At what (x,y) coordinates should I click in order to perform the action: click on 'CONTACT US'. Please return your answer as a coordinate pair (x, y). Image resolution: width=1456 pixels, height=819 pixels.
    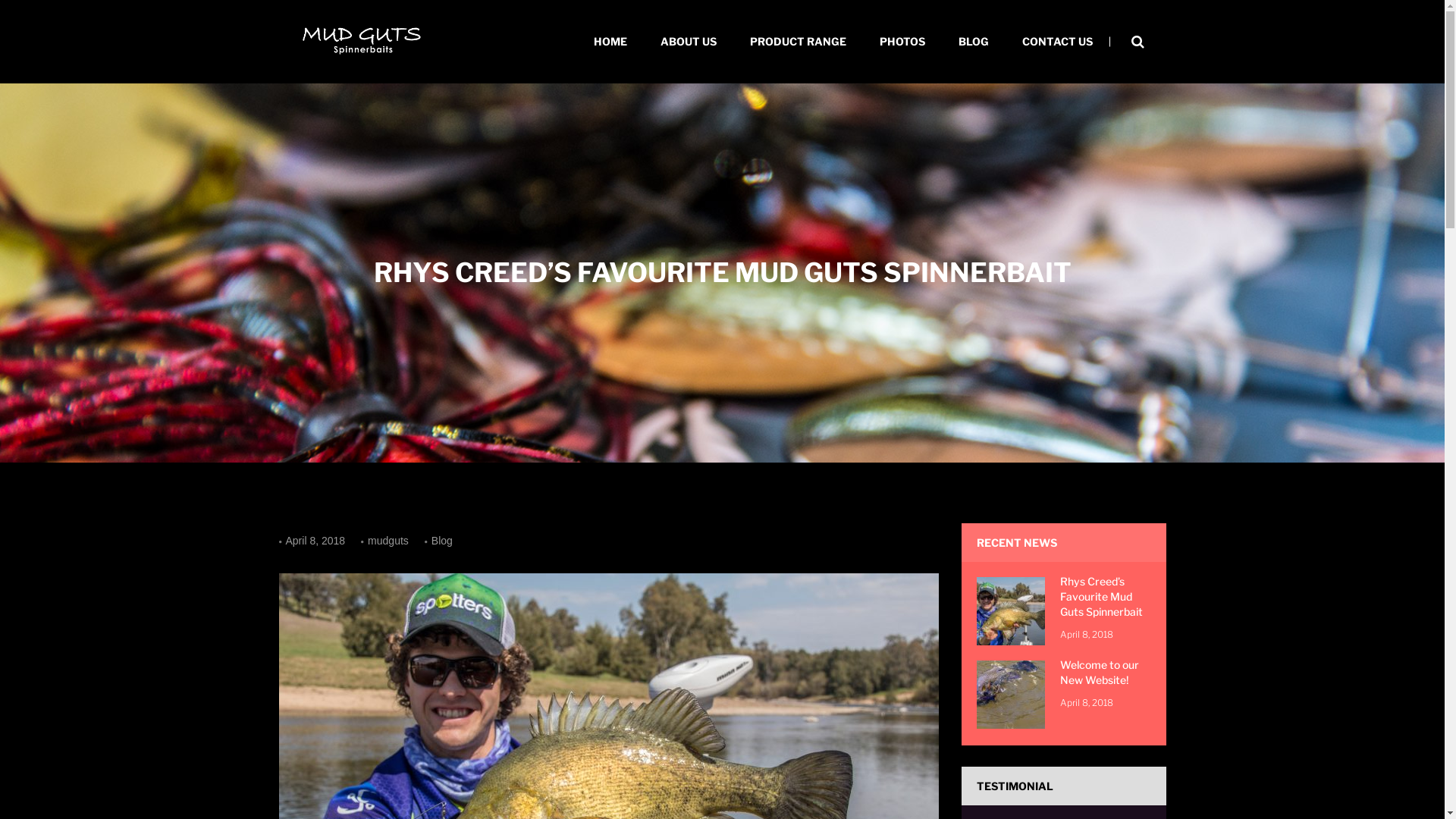
    Looking at the image, I should click on (1005, 40).